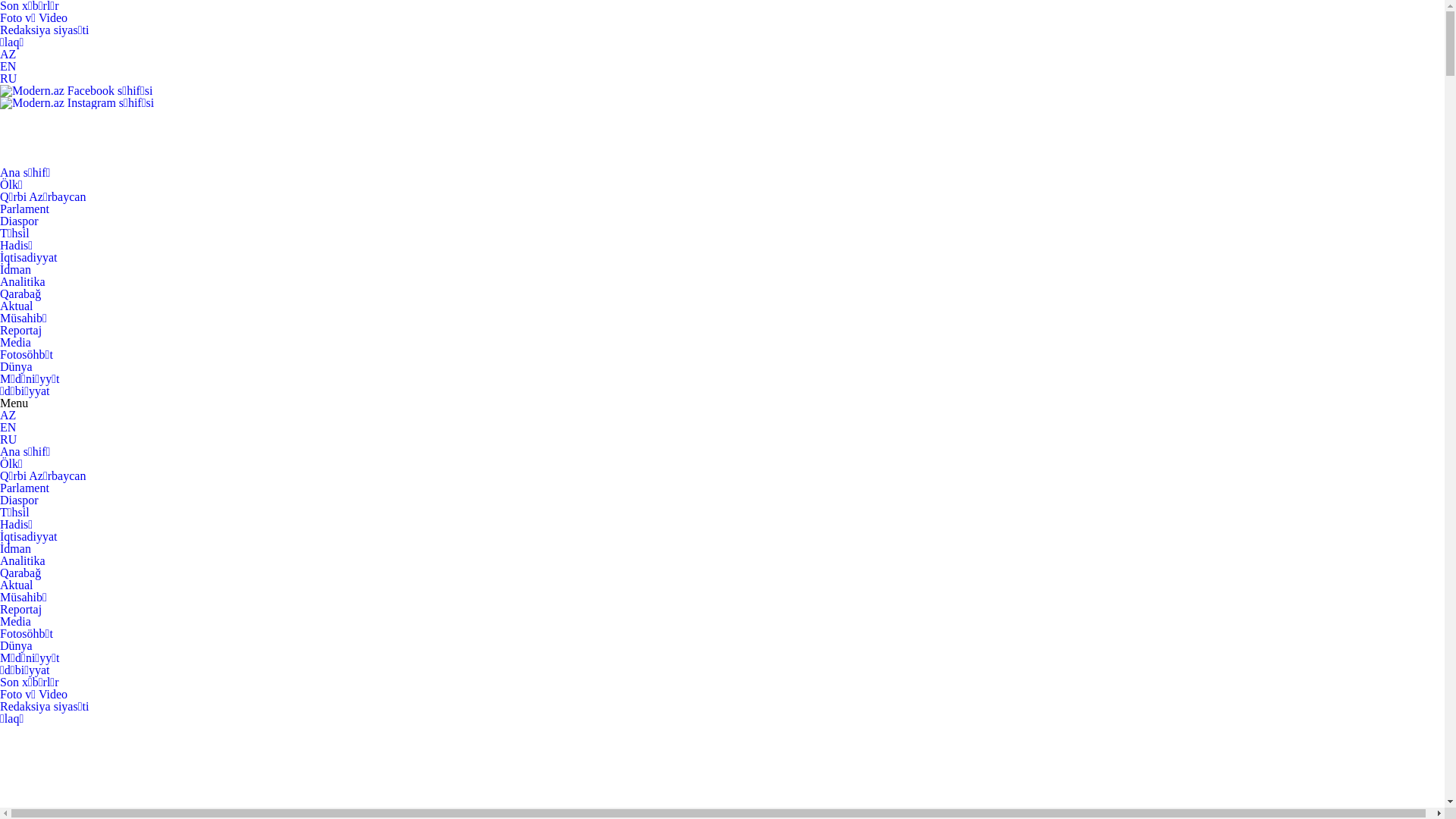 The image size is (1456, 819). What do you see at coordinates (15, 621) in the screenshot?
I see `'Media'` at bounding box center [15, 621].